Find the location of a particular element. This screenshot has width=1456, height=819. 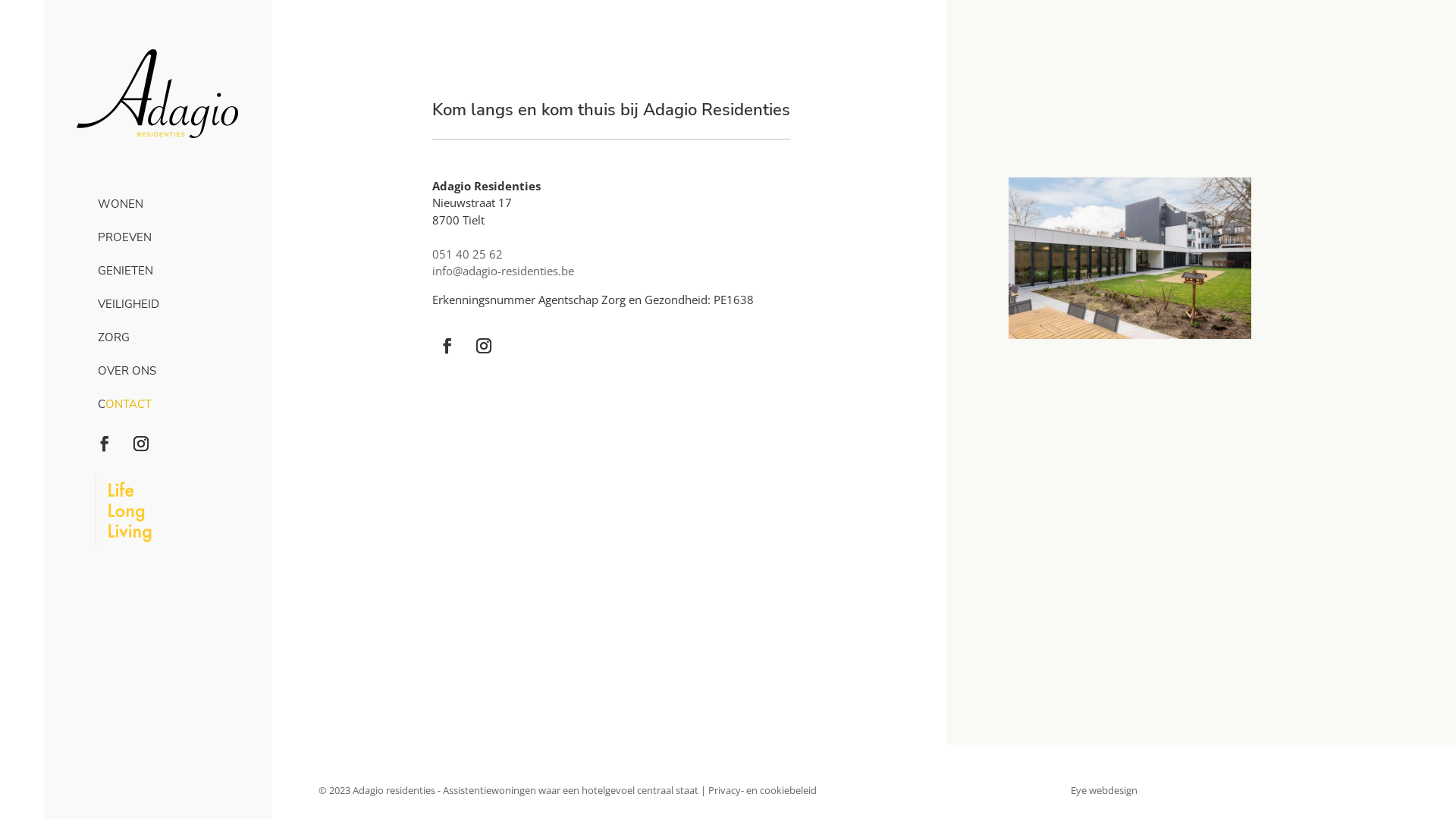

'Volg op Instagram' is located at coordinates (141, 444).